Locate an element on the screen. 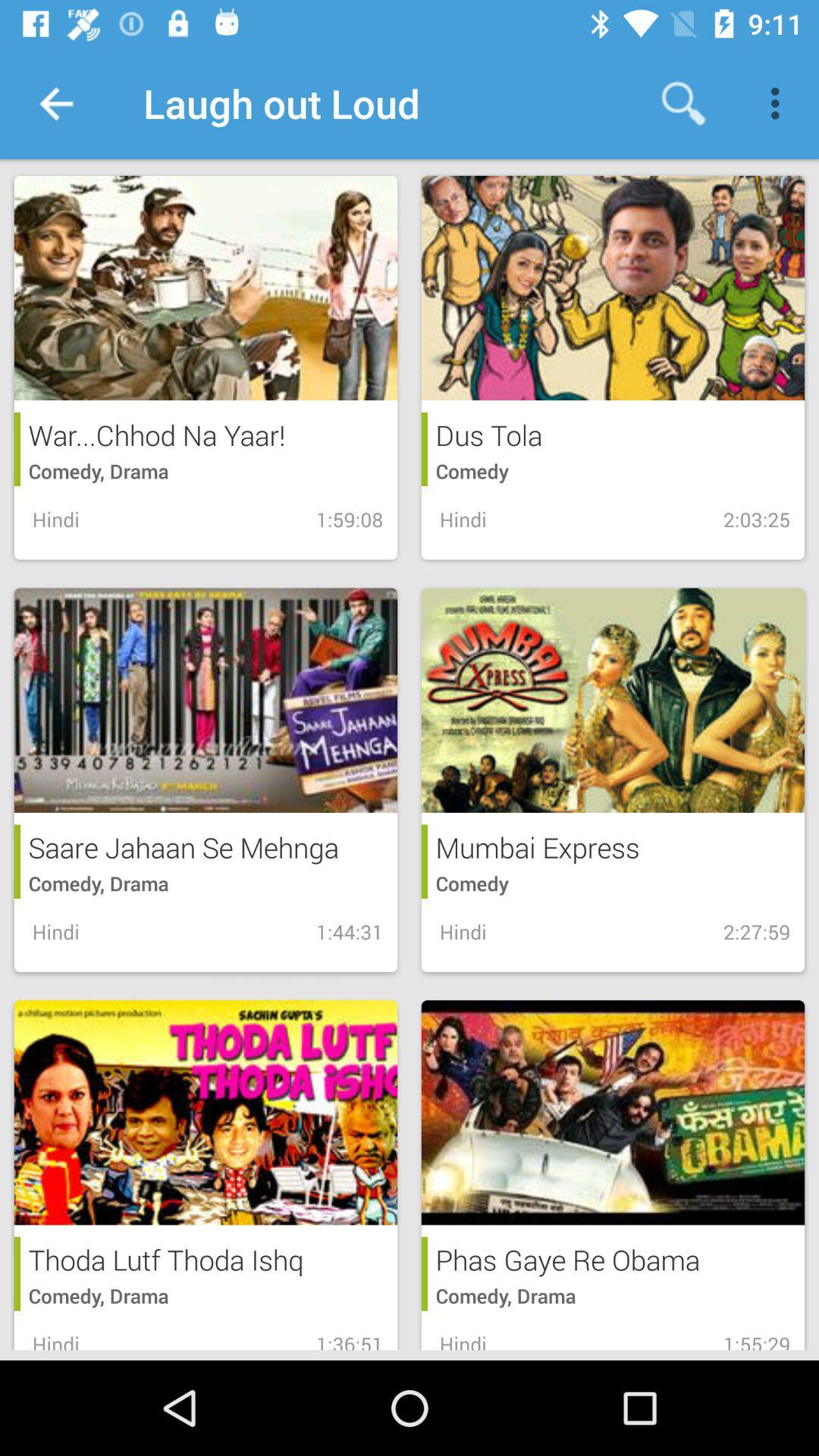  the app next to the laugh out loud  item is located at coordinates (55, 102).